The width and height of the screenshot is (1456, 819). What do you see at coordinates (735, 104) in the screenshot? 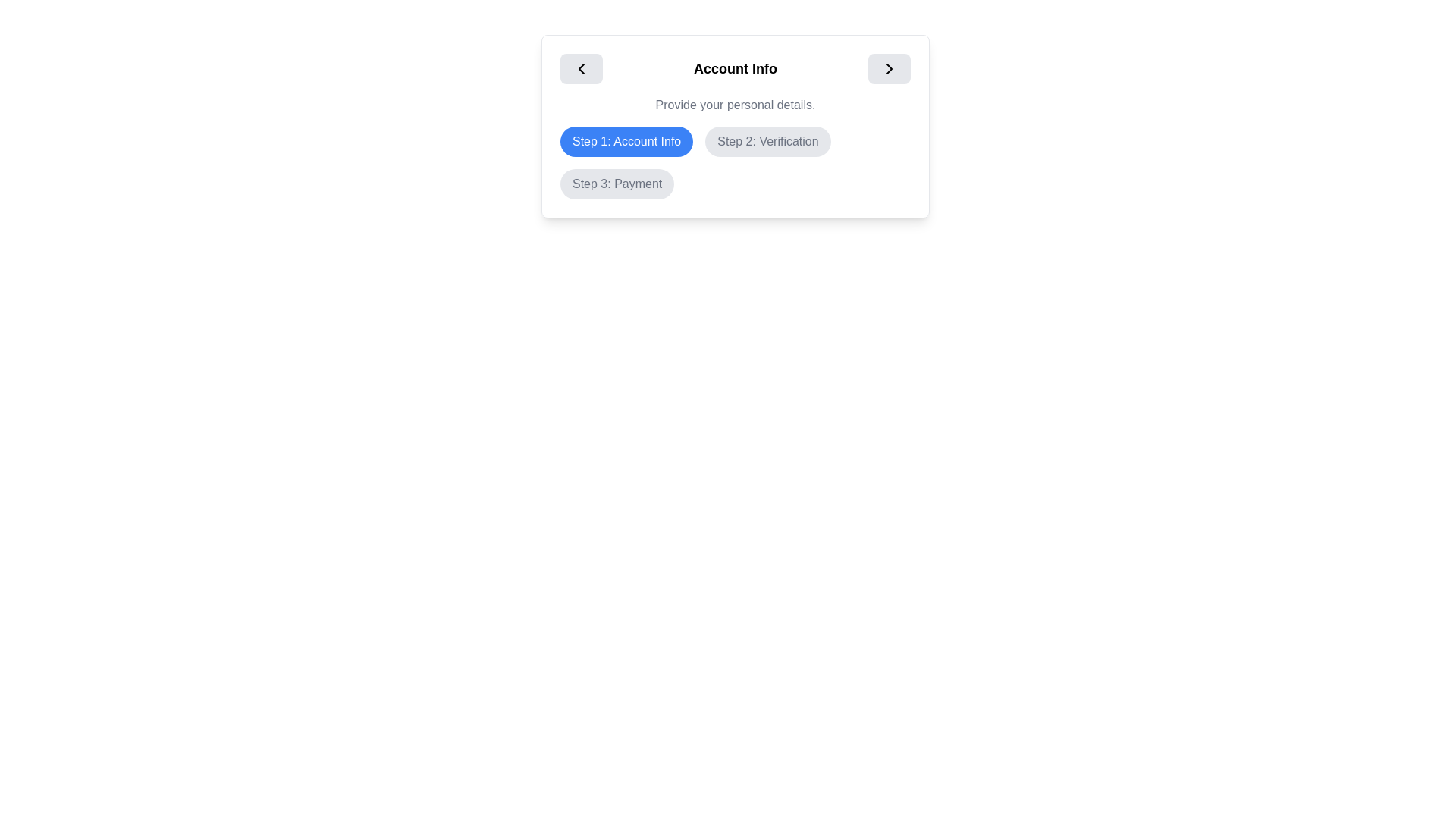
I see `the static instruction text that prompts the user to provide their personal details, located below the 'Account Info' header and above the step navigation buttons` at bounding box center [735, 104].